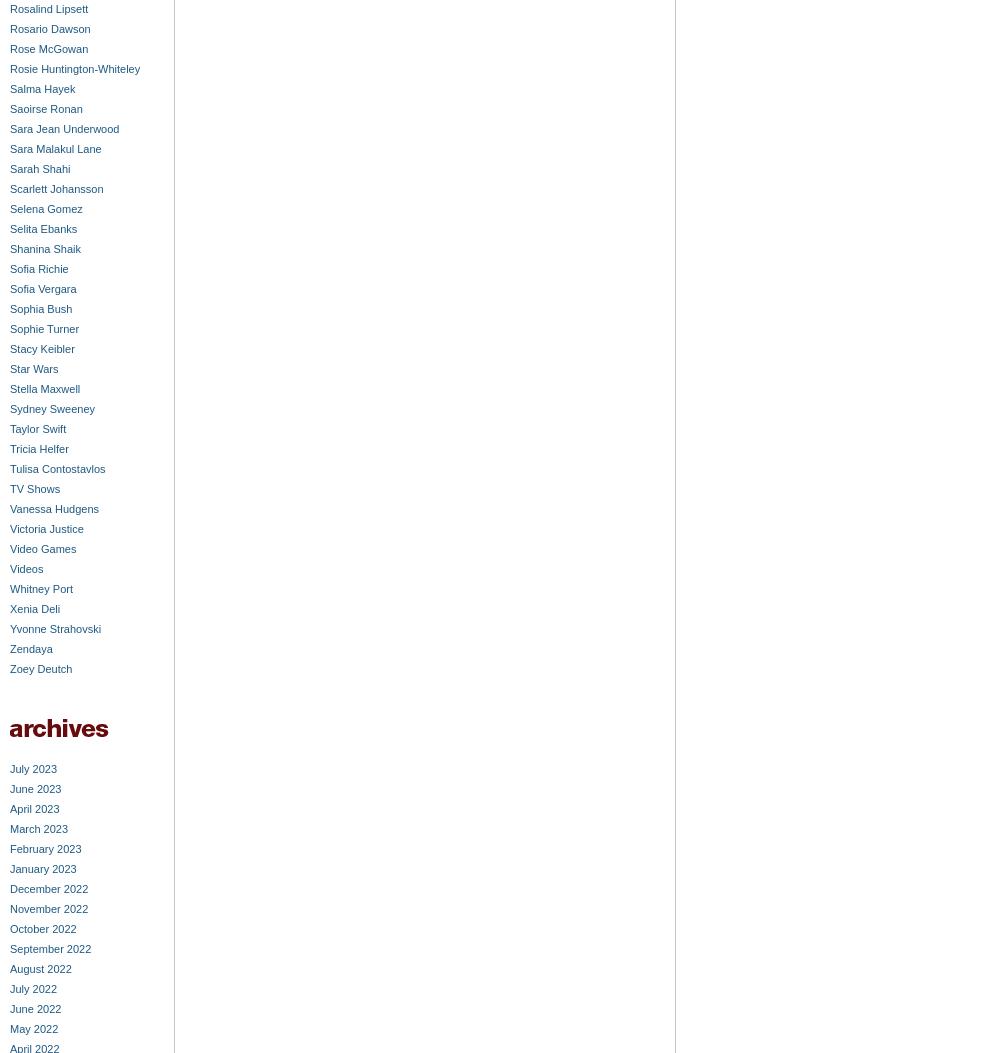 This screenshot has width=990, height=1053. What do you see at coordinates (38, 447) in the screenshot?
I see `'Tricia Helfer'` at bounding box center [38, 447].